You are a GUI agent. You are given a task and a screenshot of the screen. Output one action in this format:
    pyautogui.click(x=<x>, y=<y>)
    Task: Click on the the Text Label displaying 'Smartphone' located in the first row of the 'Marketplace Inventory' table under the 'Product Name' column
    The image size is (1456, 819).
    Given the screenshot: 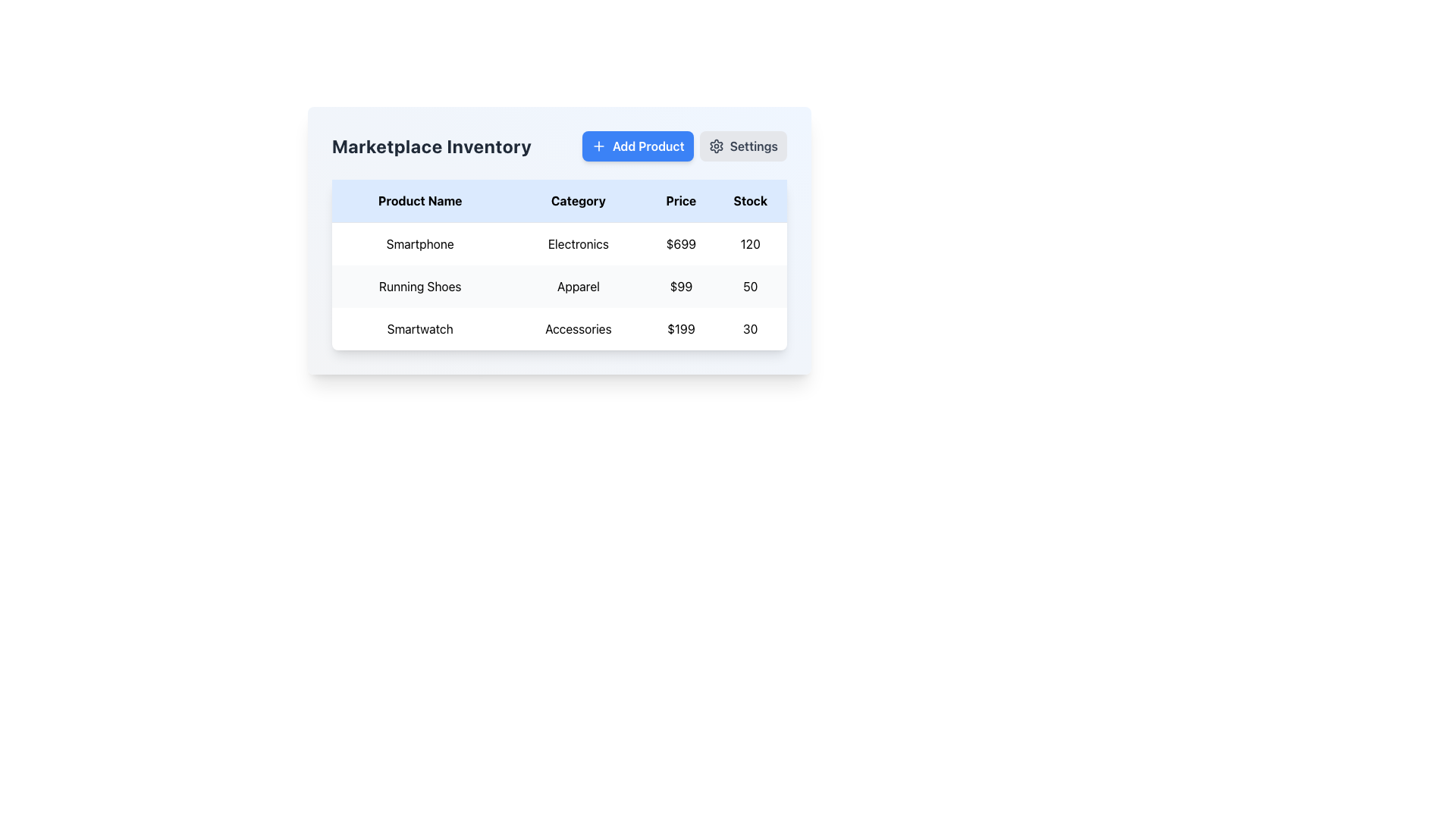 What is the action you would take?
    pyautogui.click(x=420, y=243)
    